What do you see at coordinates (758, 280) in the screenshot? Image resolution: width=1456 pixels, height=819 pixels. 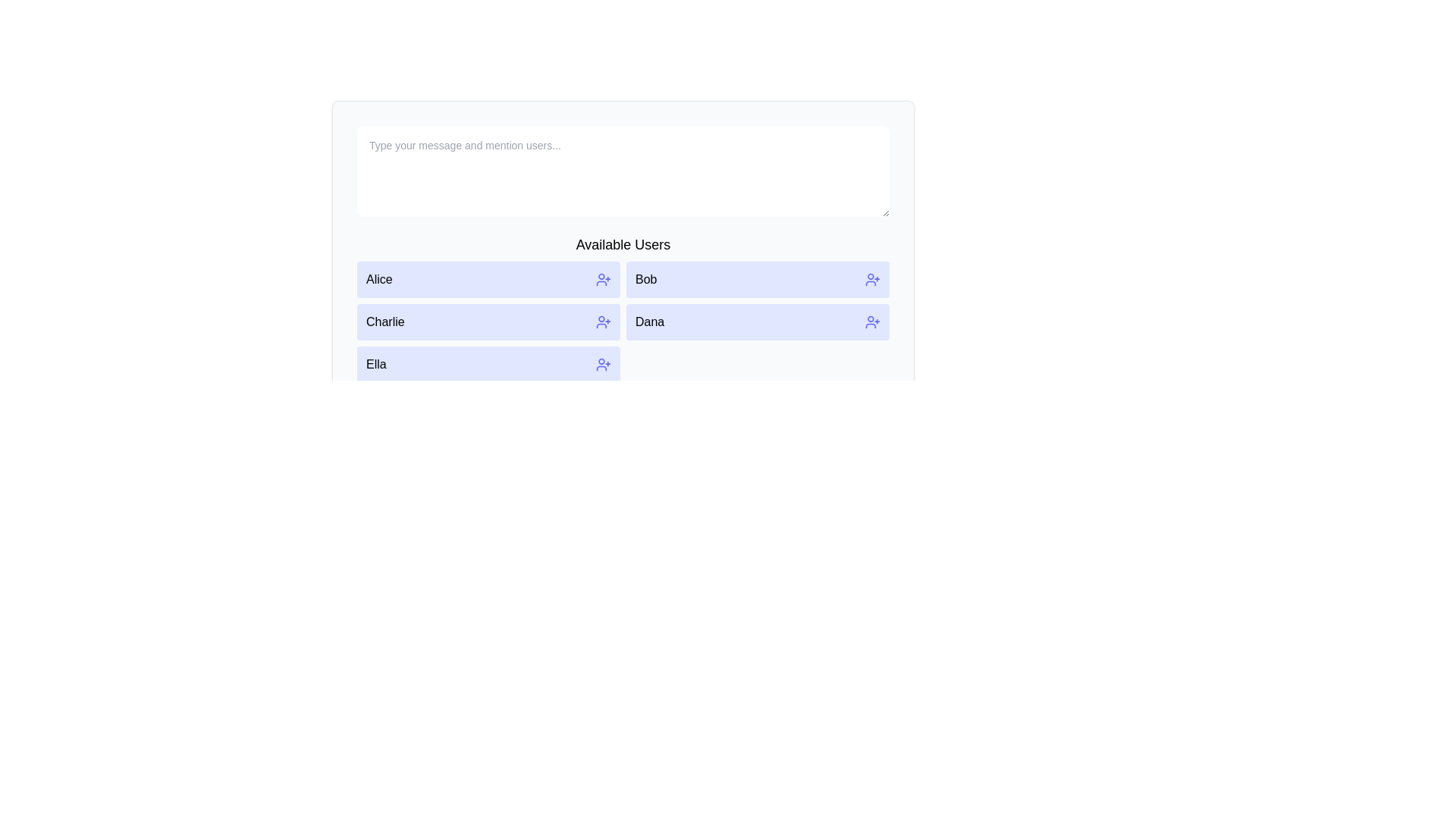 I see `the interactive card labeled 'Bob' with a user icon and a plus sign` at bounding box center [758, 280].